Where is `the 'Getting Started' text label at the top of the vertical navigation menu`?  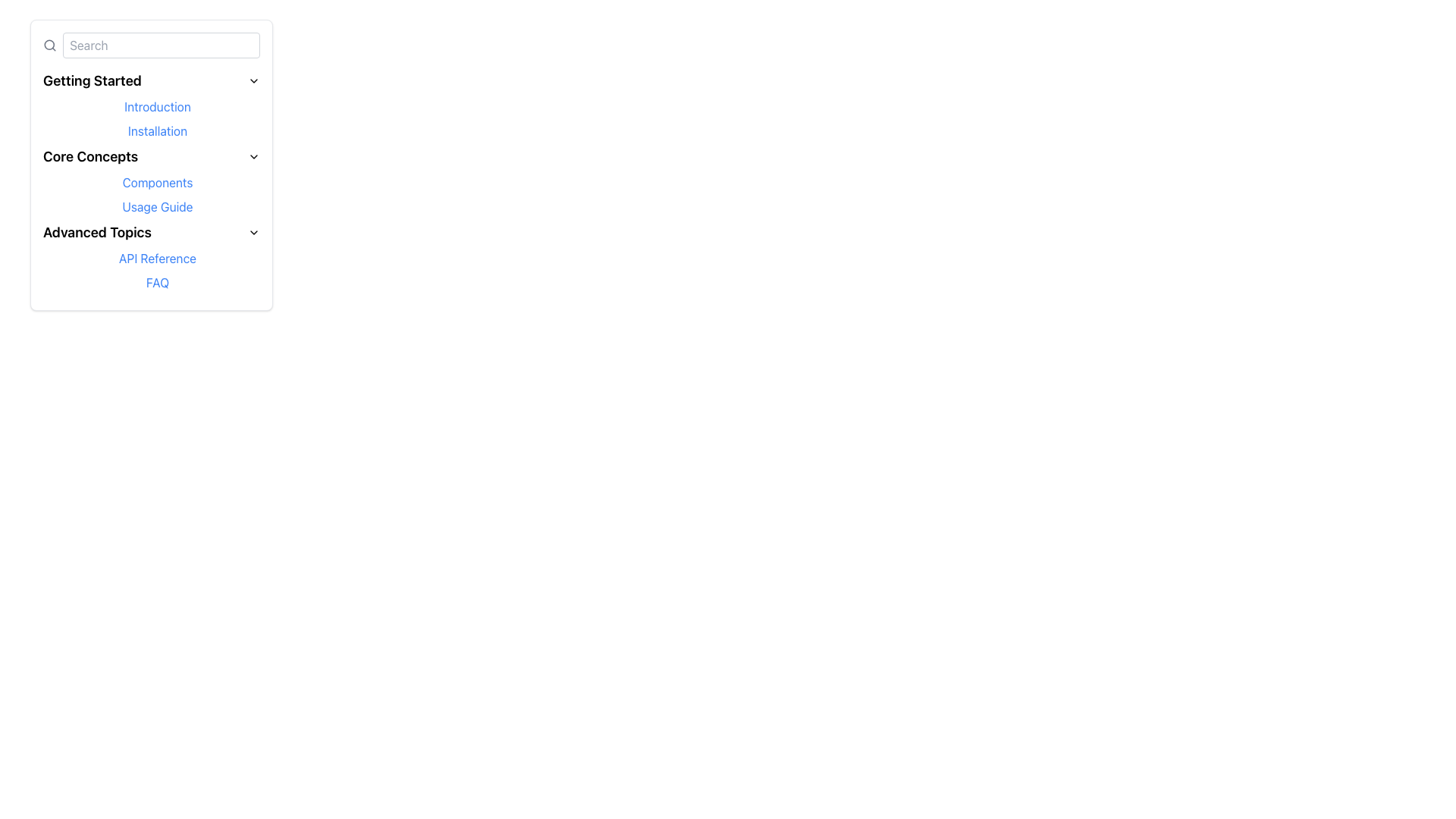
the 'Getting Started' text label at the top of the vertical navigation menu is located at coordinates (91, 81).